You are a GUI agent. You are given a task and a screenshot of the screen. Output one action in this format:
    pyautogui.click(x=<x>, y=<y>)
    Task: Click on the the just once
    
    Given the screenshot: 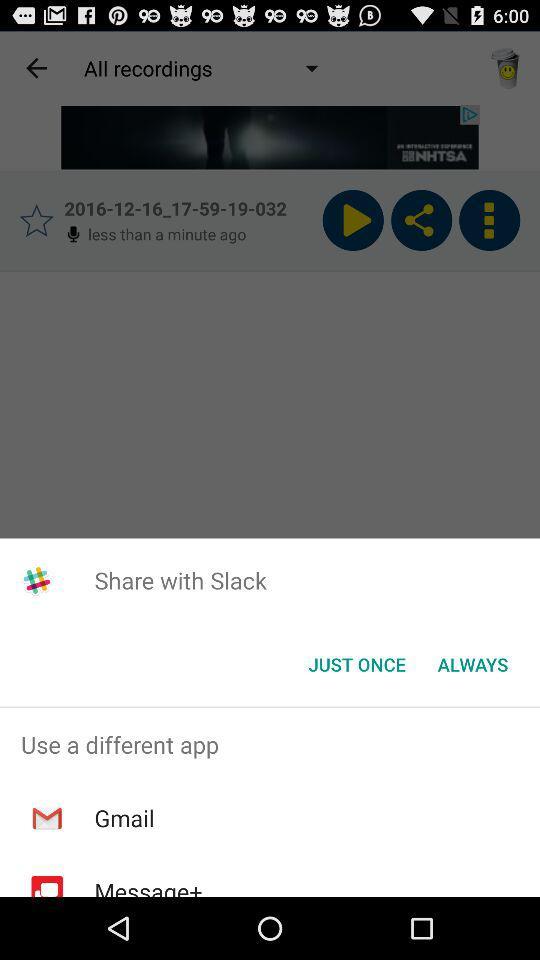 What is the action you would take?
    pyautogui.click(x=356, y=664)
    